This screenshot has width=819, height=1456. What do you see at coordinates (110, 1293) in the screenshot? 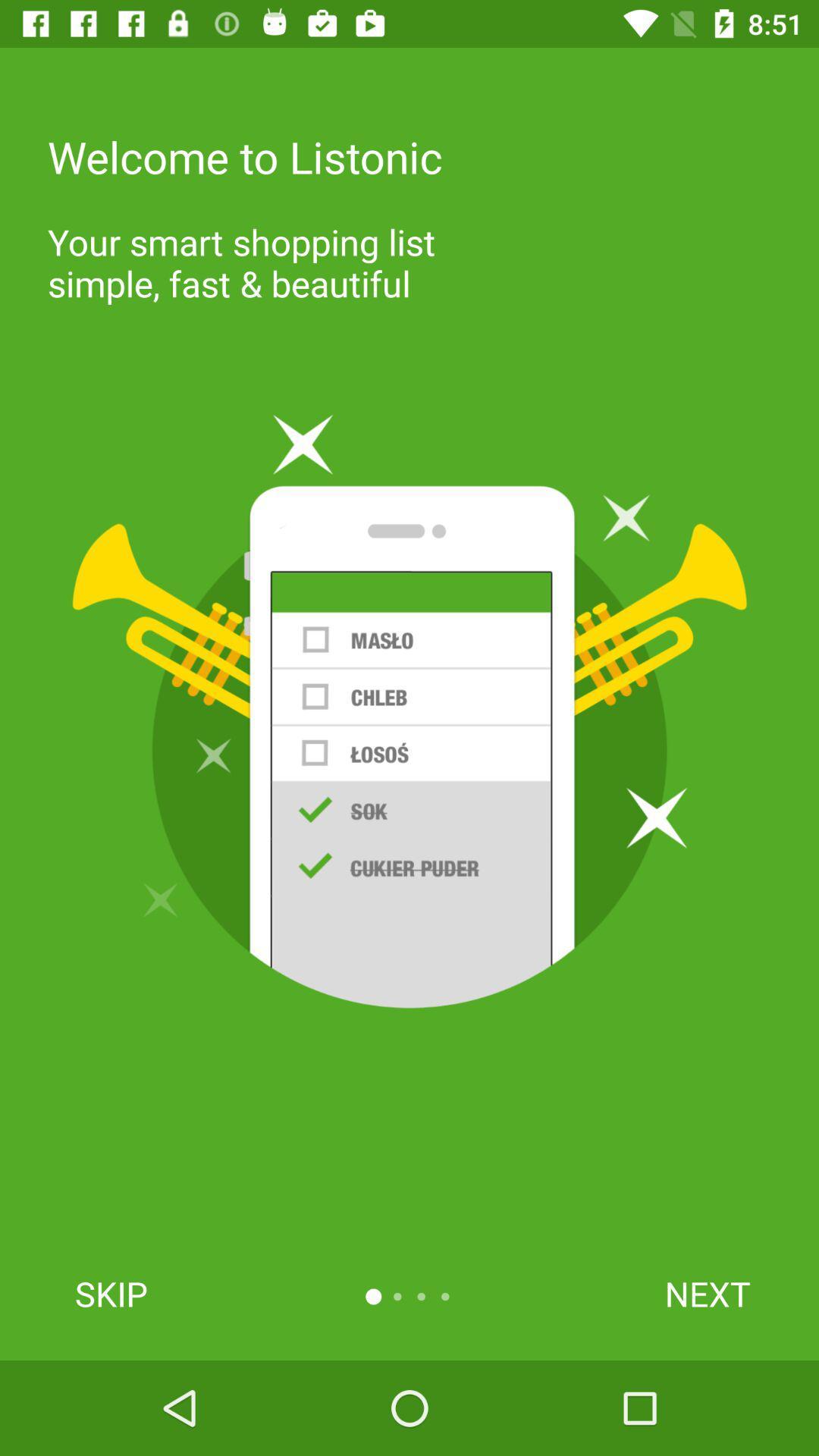
I see `the icon at the bottom left corner` at bounding box center [110, 1293].